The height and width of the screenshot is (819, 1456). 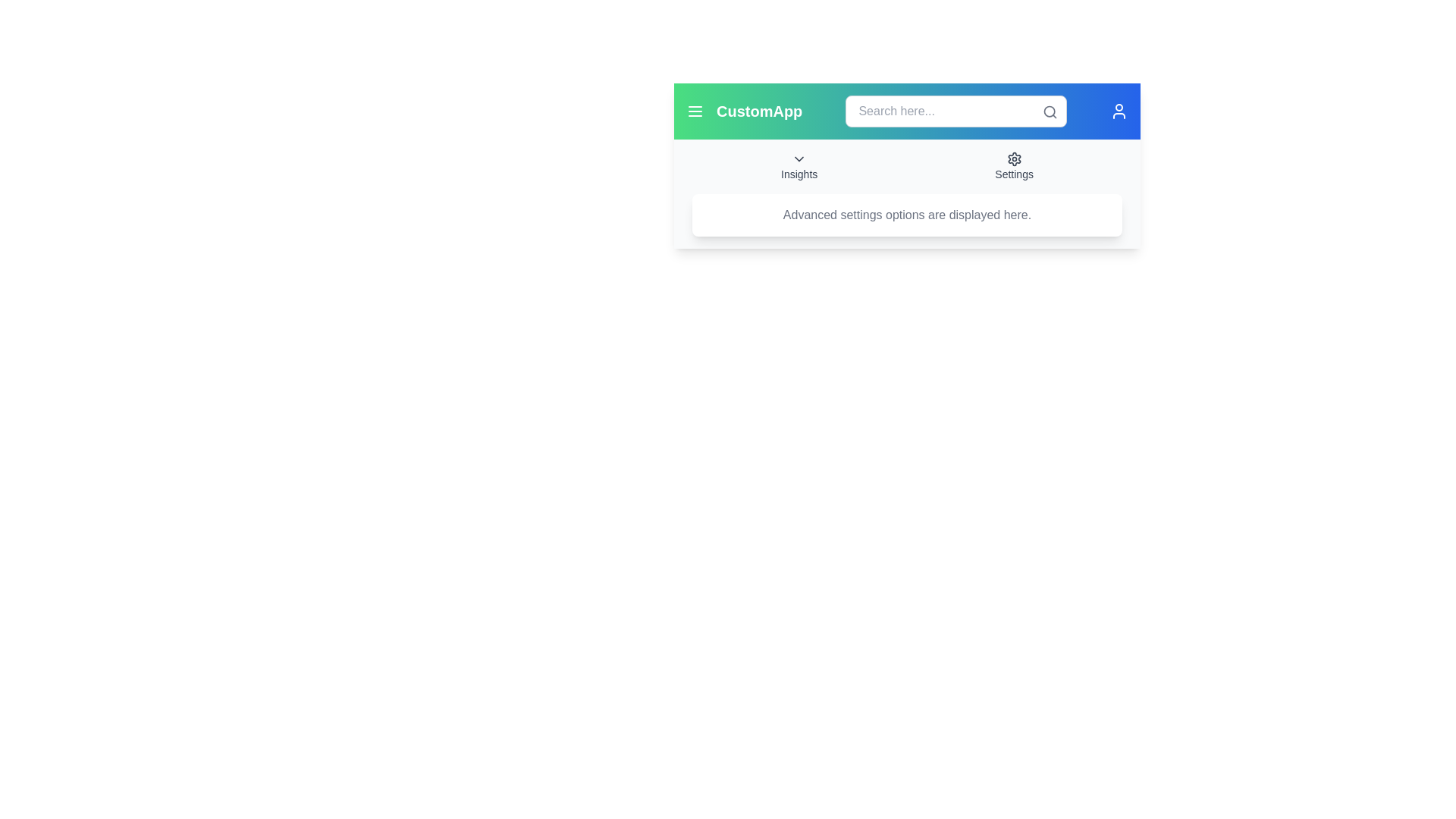 I want to click on the descriptive label that provides context about advanced settings, located centrally below the header section of the interface, so click(x=907, y=215).